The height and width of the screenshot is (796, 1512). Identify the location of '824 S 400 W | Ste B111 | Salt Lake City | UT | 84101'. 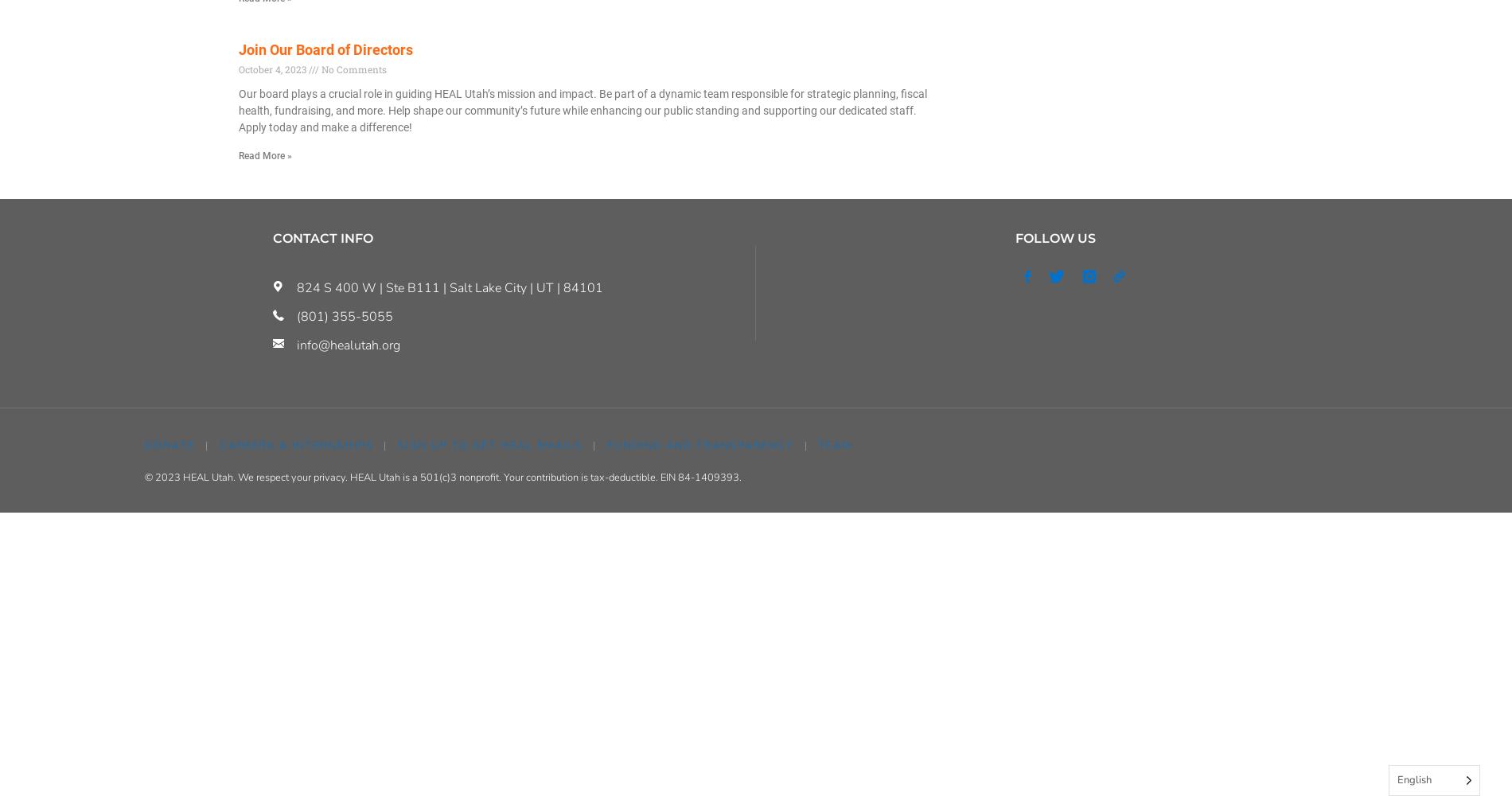
(449, 287).